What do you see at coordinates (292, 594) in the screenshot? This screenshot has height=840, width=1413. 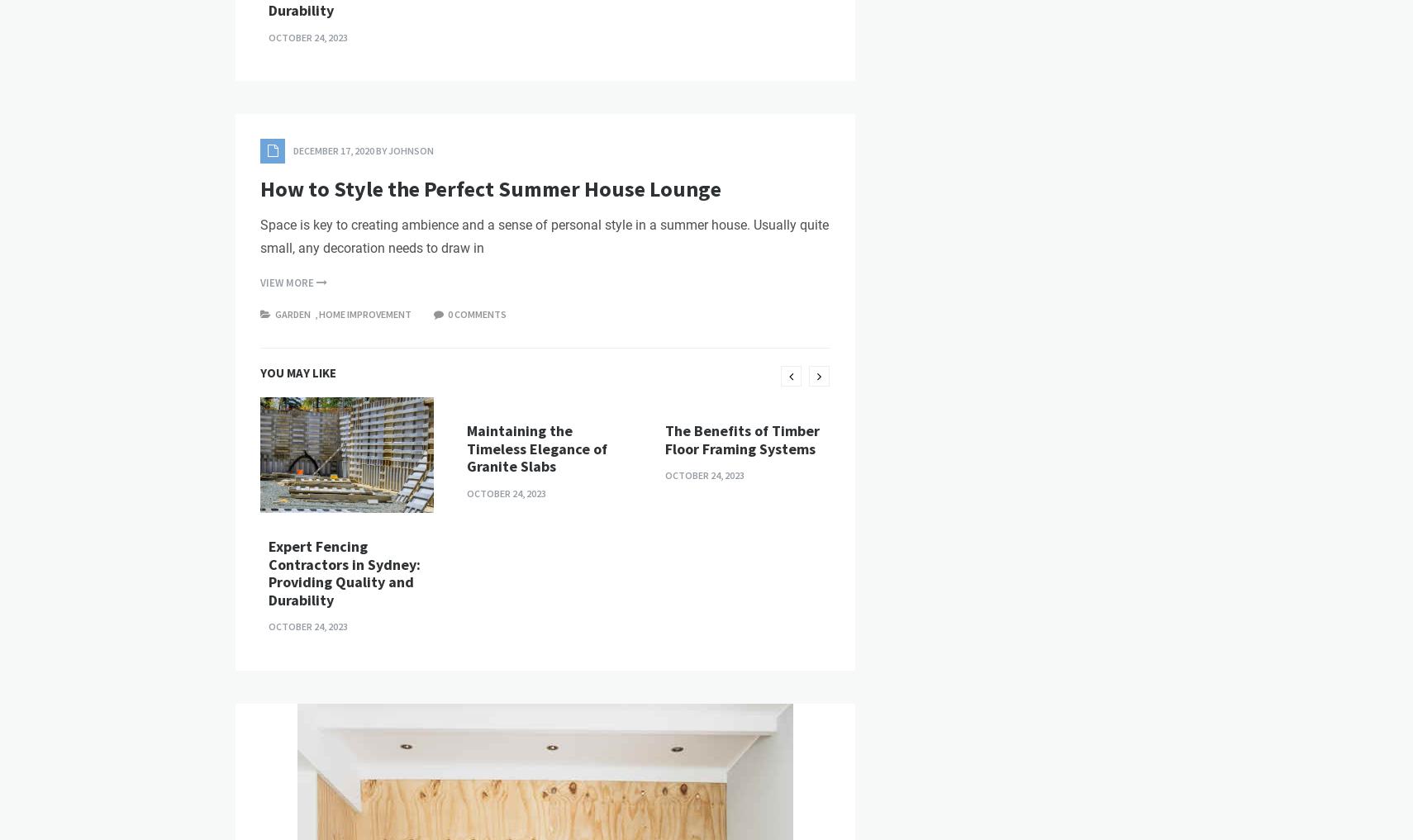 I see `'Garden'` at bounding box center [292, 594].